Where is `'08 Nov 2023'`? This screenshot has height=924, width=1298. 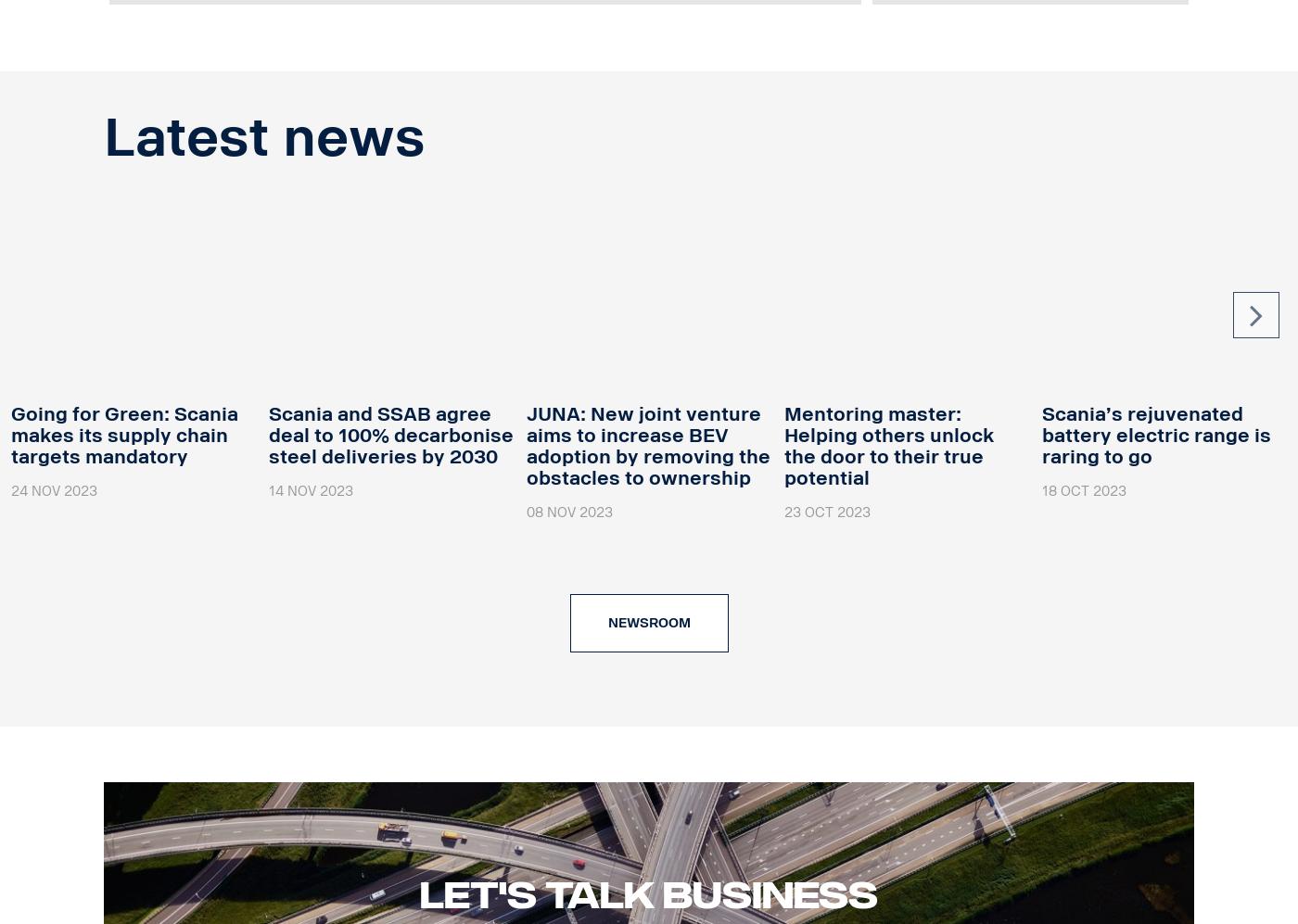 '08 Nov 2023' is located at coordinates (569, 512).